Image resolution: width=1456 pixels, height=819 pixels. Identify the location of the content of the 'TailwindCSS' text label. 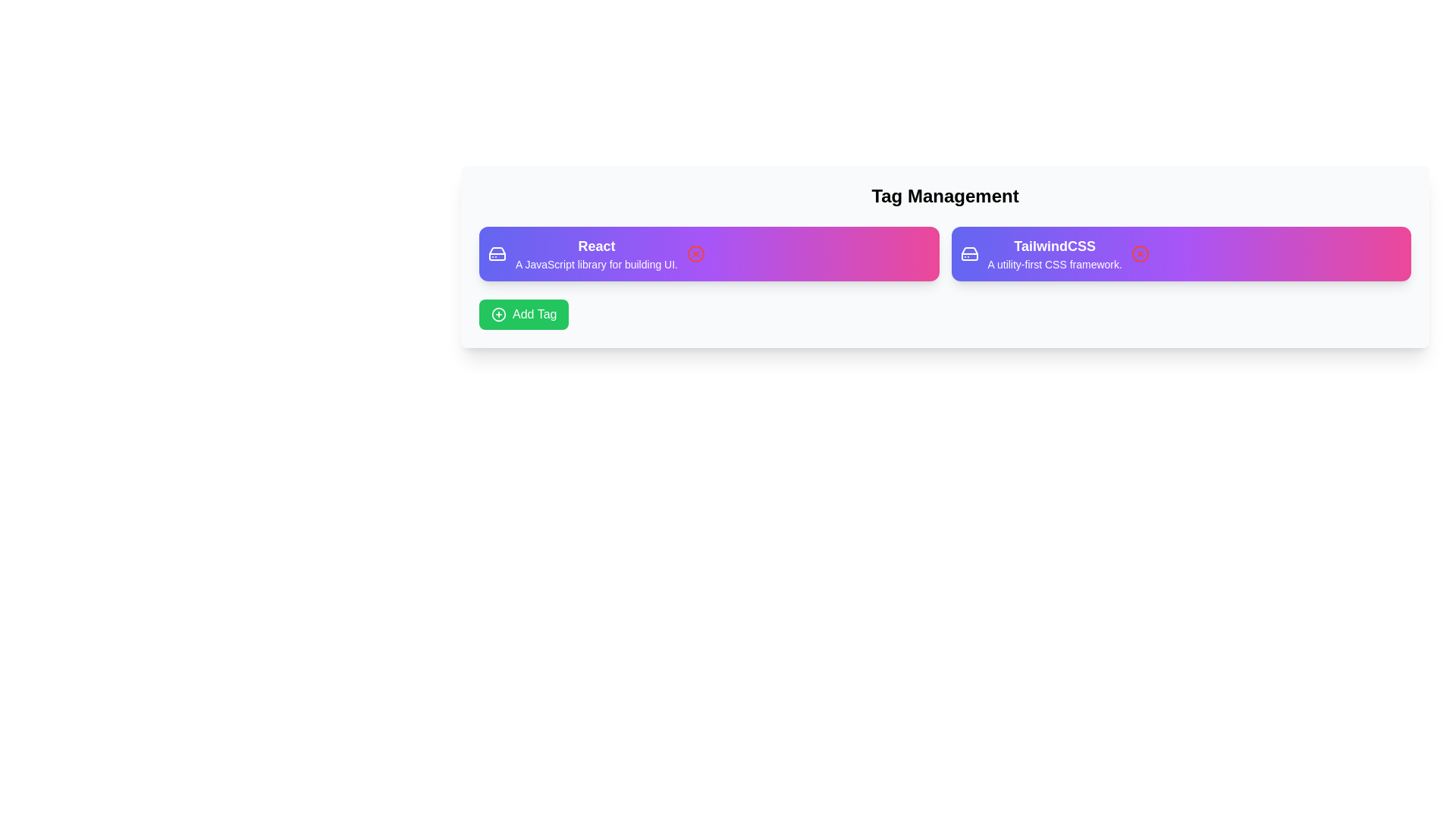
(1054, 253).